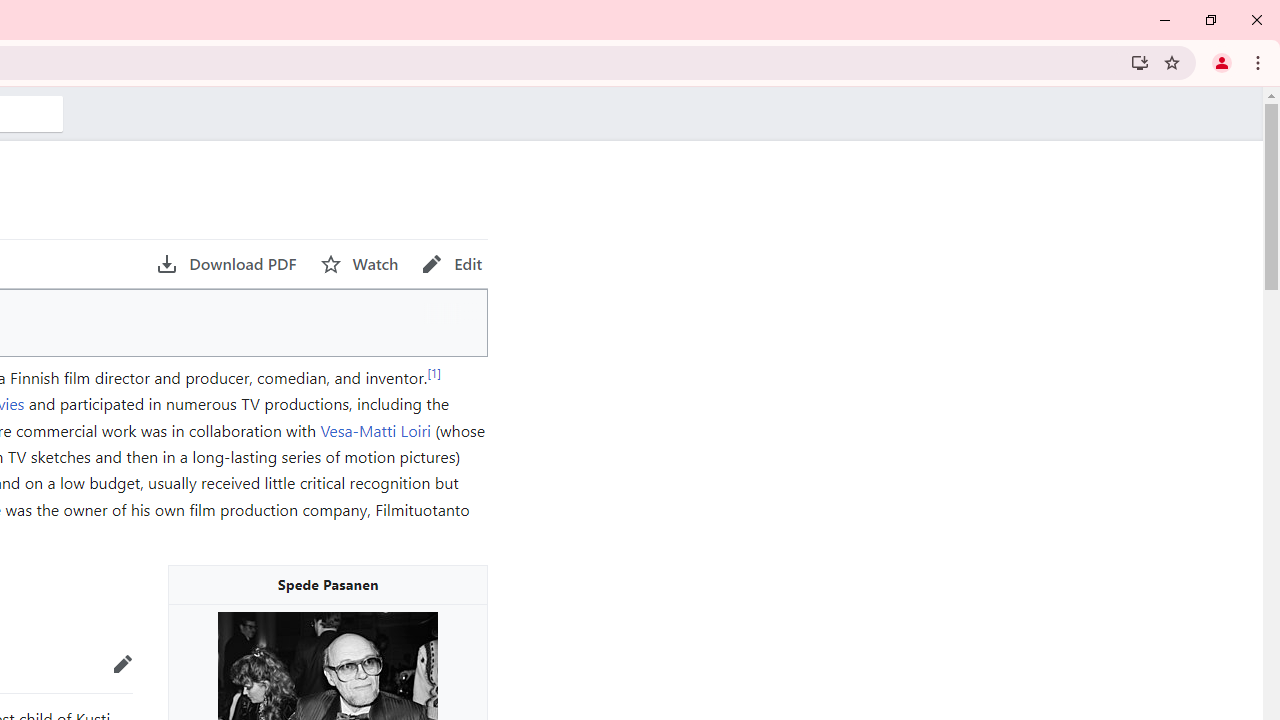 Image resolution: width=1280 pixels, height=720 pixels. I want to click on 'AutomationID: page-actions-watch', so click(359, 263).